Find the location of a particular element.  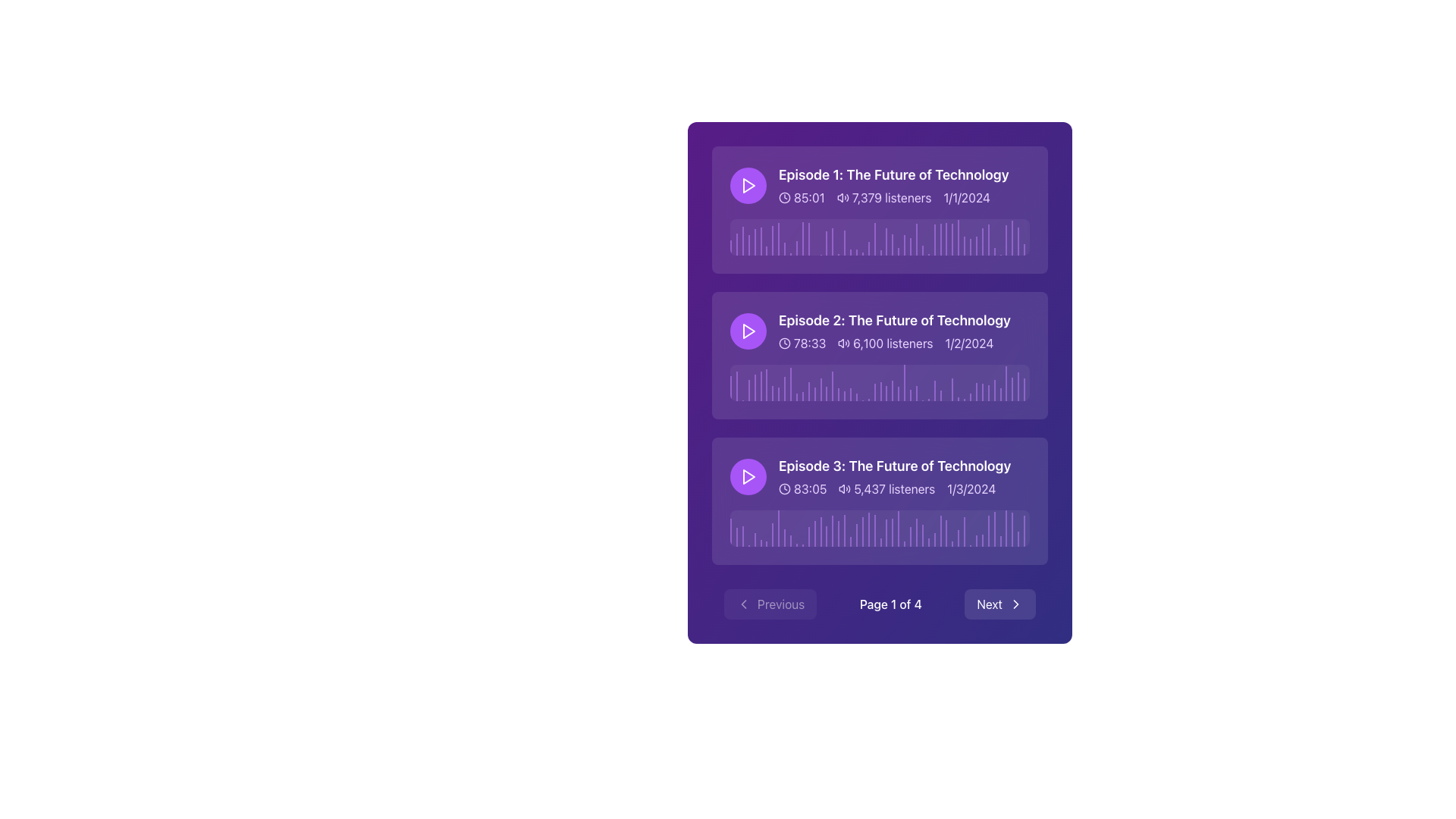

the state indicator icon representing 'paused' or 'playing' located in the top-leftmost card next to 'Episode 1: The Future of Technology' is located at coordinates (749, 185).